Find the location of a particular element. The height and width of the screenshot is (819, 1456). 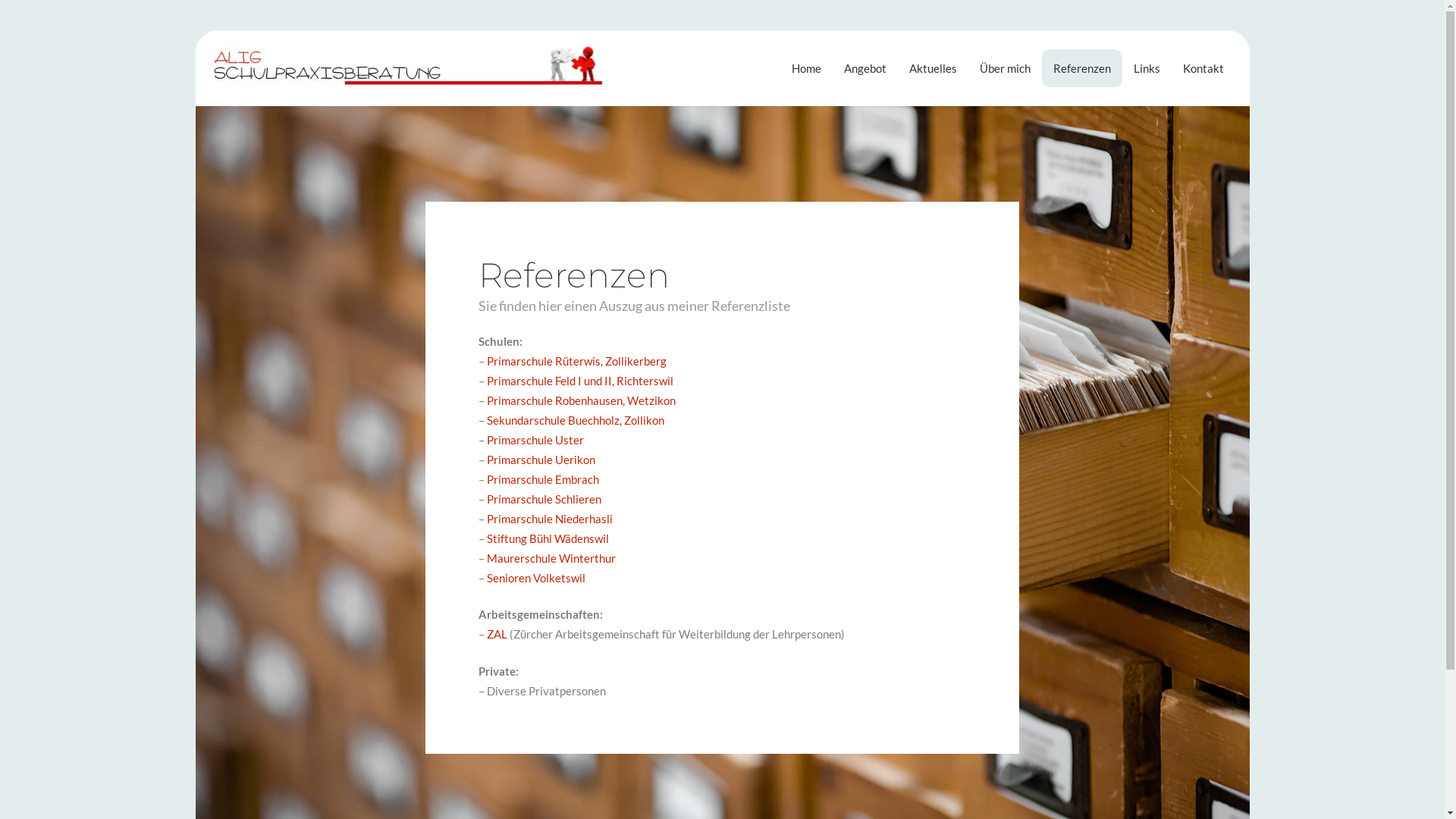

'Home' is located at coordinates (805, 67).